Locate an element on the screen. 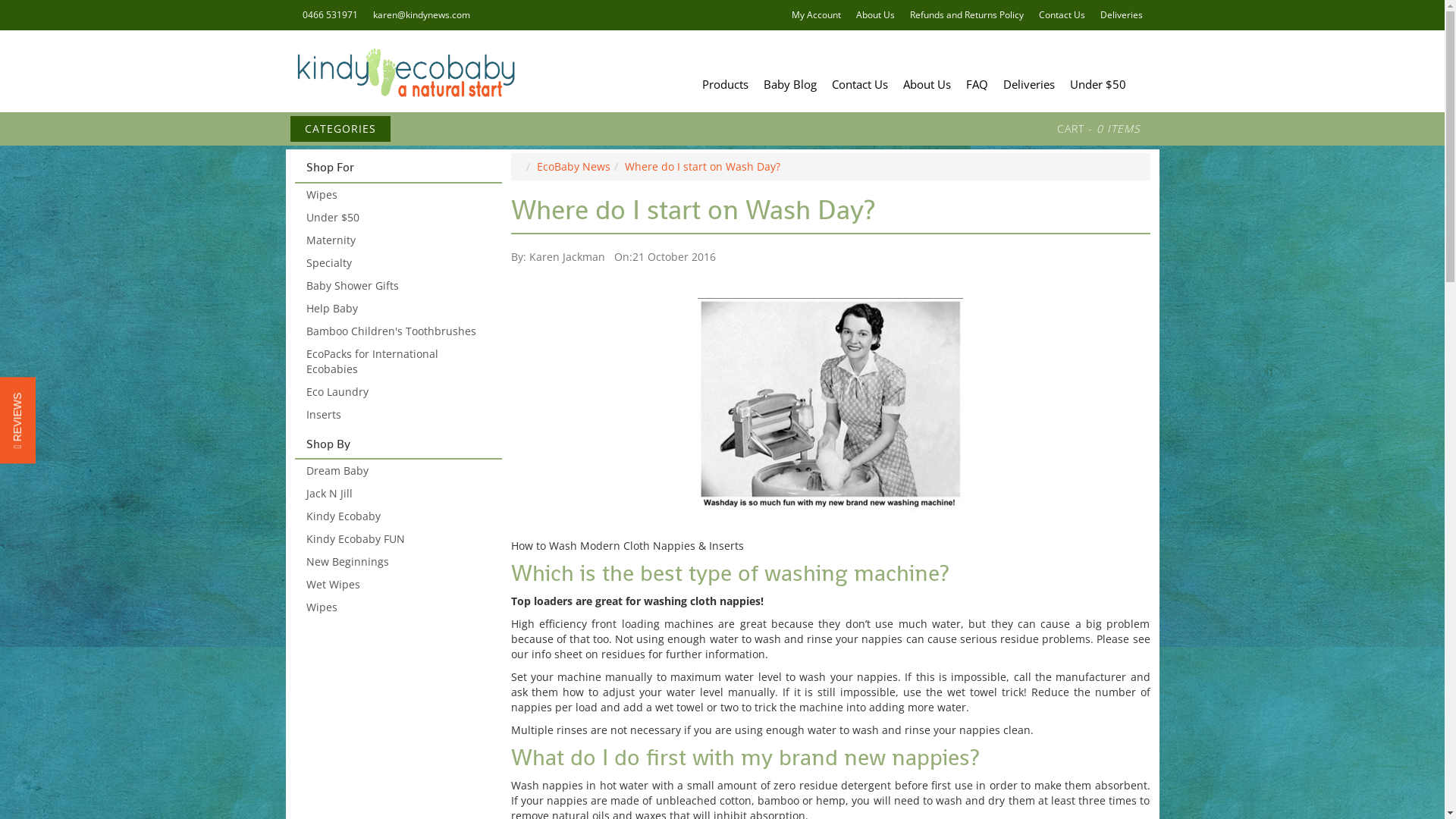 This screenshot has height=819, width=1456. 'Wipes' is located at coordinates (397, 194).